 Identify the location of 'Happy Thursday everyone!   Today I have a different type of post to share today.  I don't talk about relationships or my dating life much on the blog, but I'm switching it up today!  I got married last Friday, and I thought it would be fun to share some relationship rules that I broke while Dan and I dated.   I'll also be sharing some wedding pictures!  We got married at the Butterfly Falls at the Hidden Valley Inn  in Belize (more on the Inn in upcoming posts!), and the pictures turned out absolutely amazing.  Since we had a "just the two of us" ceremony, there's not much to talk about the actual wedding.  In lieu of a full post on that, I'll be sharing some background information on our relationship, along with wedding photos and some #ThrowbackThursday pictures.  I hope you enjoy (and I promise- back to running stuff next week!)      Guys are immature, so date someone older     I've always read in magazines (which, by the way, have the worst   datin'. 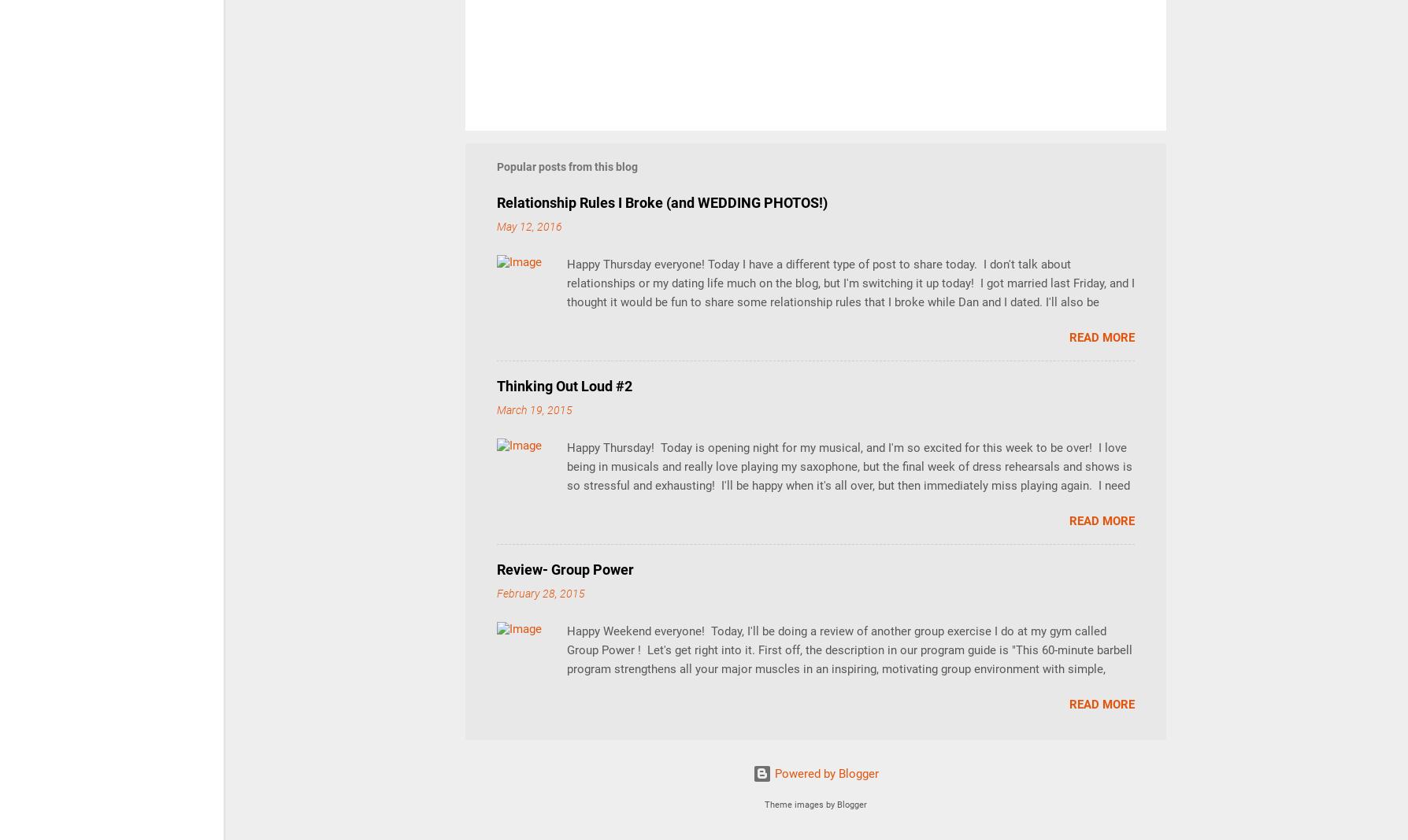
(566, 339).